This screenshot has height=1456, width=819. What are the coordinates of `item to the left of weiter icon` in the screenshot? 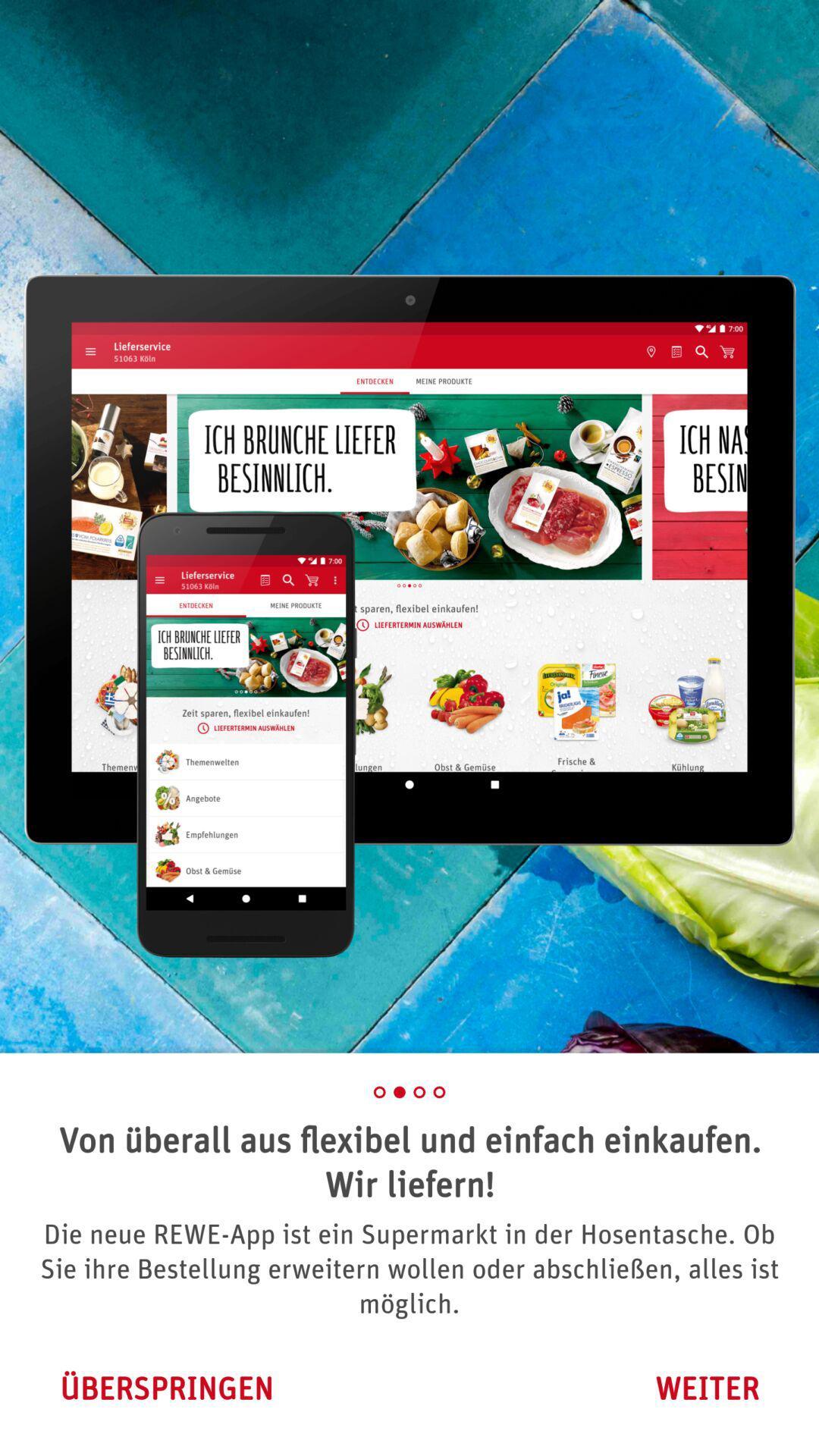 It's located at (166, 1388).